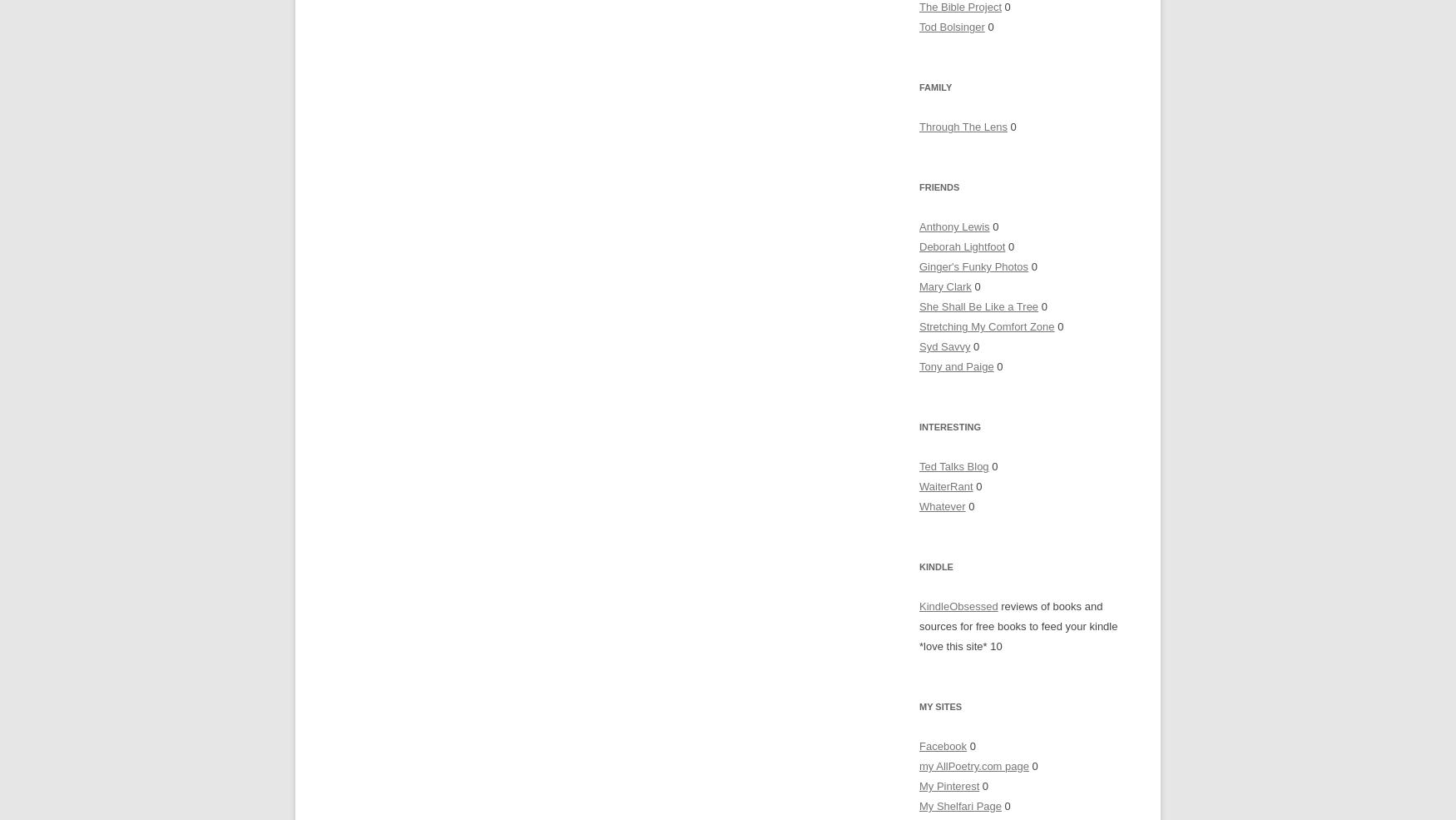 The width and height of the screenshot is (1456, 820). Describe the element at coordinates (959, 6) in the screenshot. I see `'The Bible Project'` at that location.